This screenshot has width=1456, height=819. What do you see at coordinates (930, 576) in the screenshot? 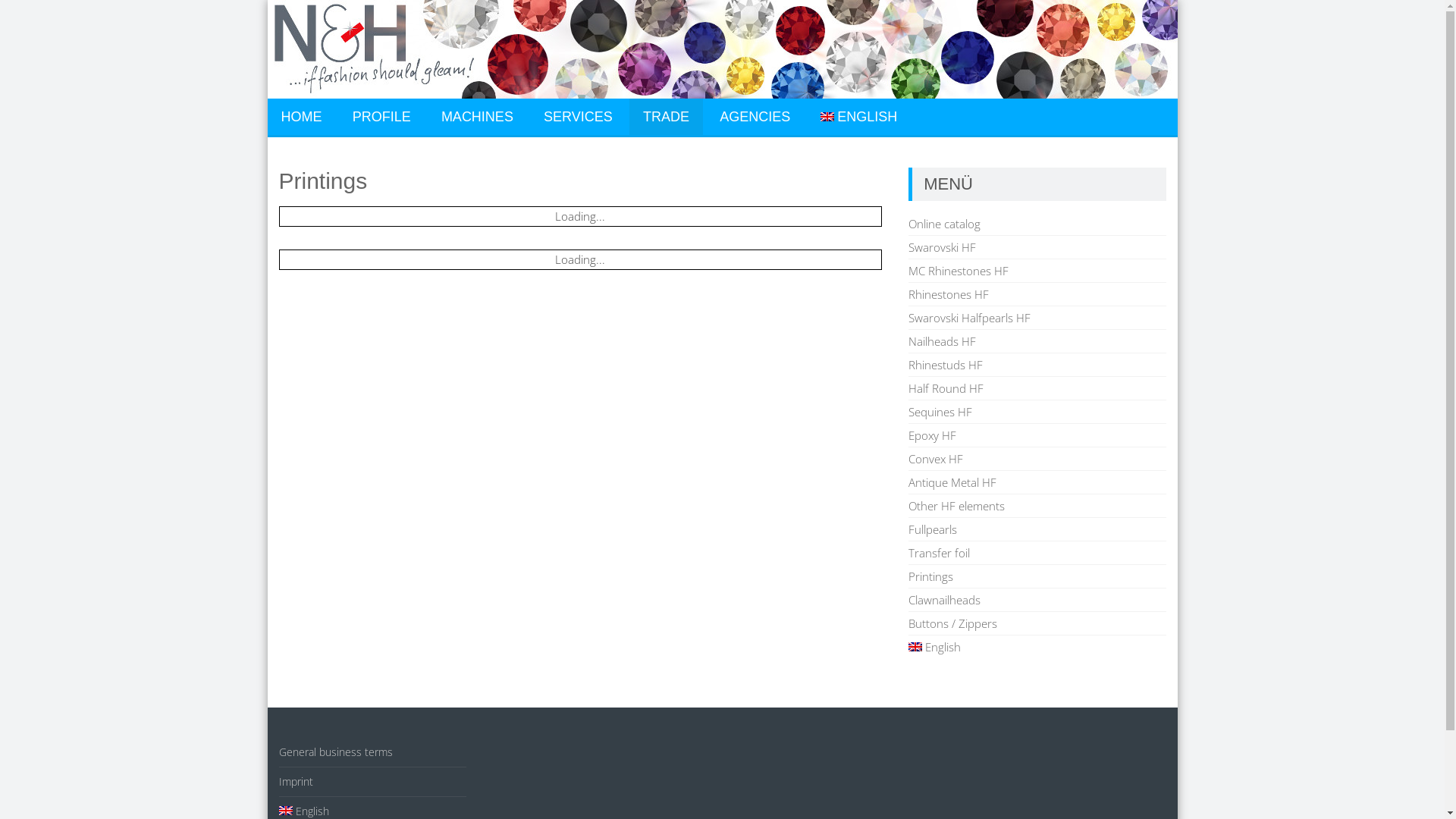
I see `'Printings'` at bounding box center [930, 576].